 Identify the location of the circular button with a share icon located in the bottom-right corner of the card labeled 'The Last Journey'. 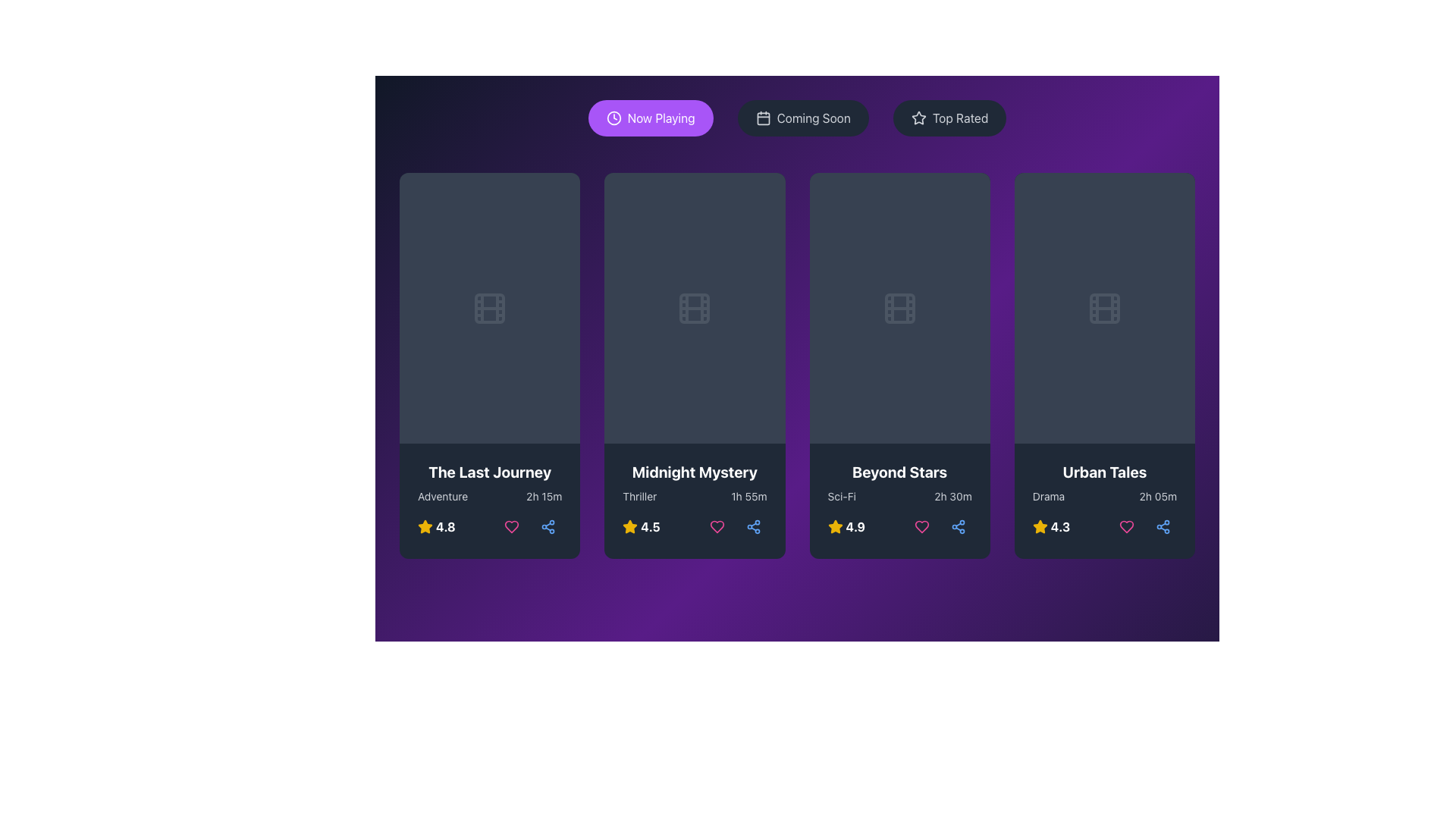
(548, 526).